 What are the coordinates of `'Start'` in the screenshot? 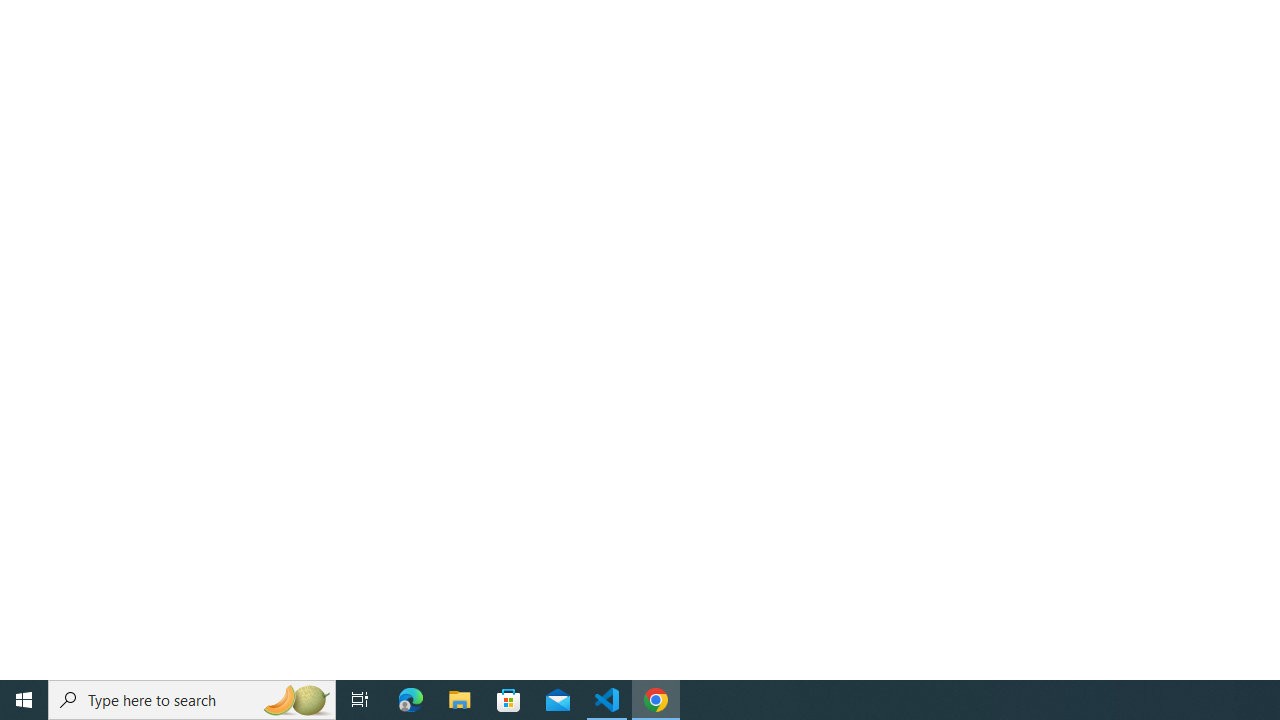 It's located at (24, 698).